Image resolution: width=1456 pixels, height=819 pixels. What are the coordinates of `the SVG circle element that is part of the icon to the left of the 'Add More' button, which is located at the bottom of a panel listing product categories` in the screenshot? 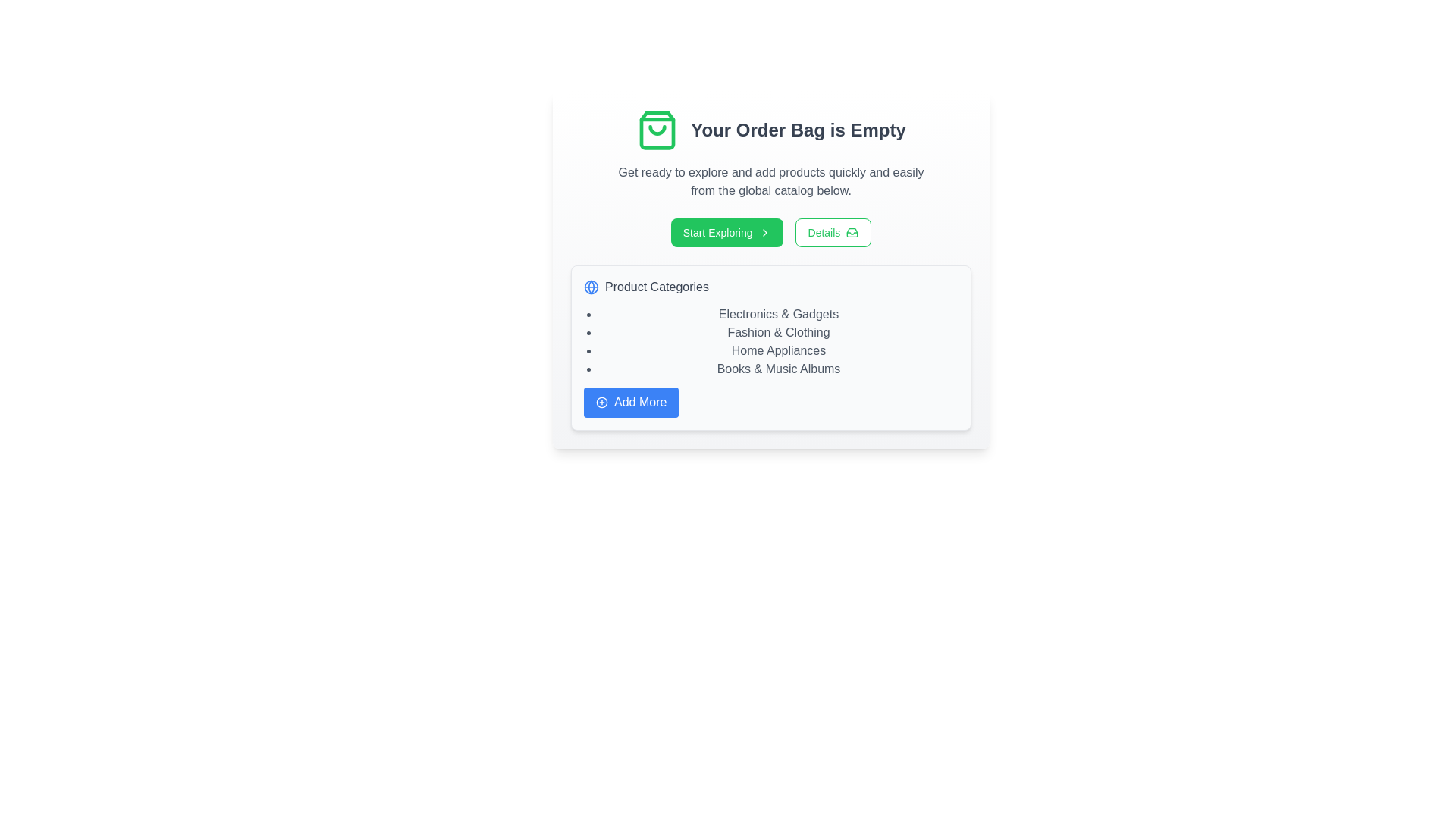 It's located at (601, 402).